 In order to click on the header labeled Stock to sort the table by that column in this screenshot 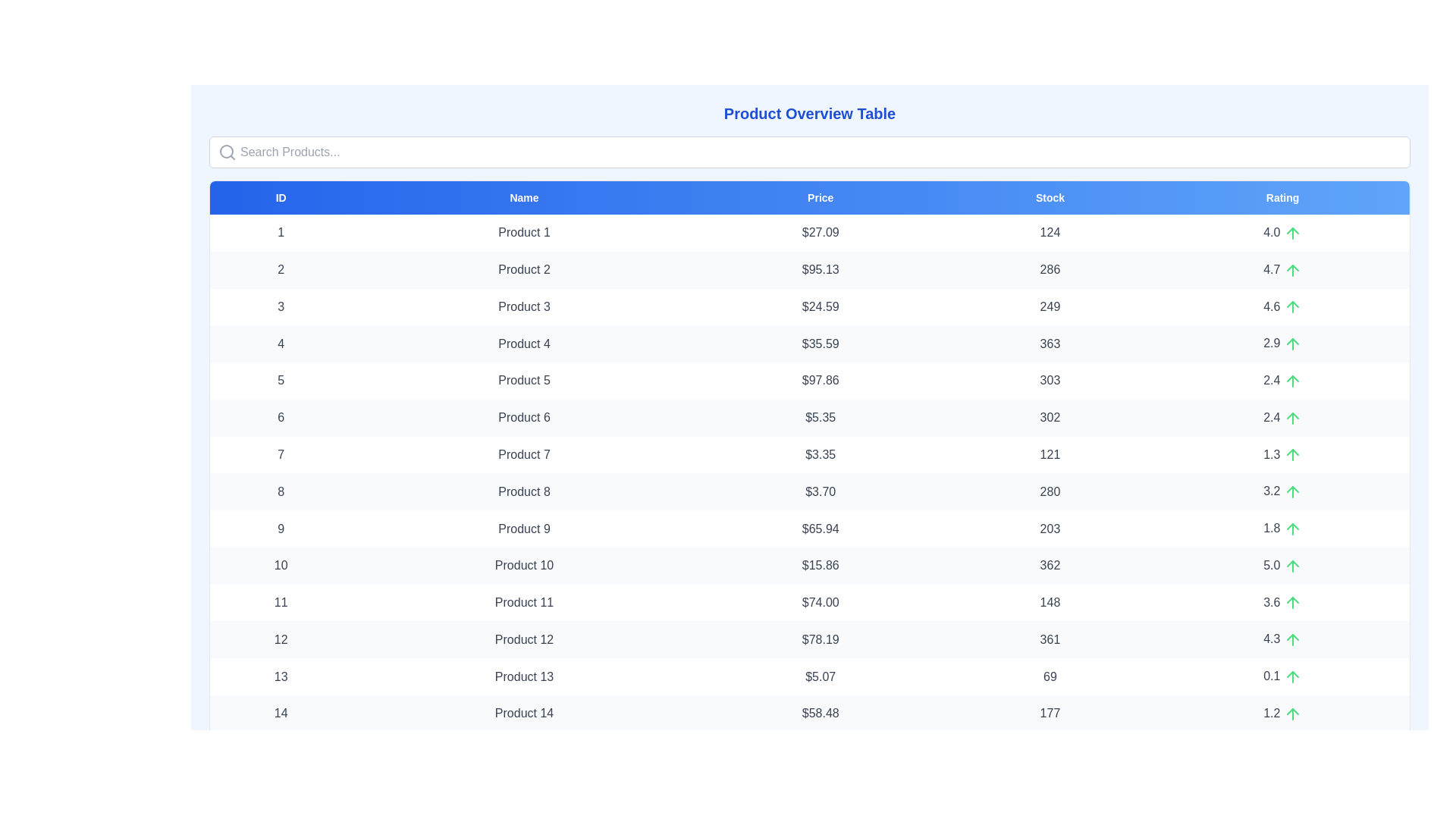, I will do `click(1049, 197)`.